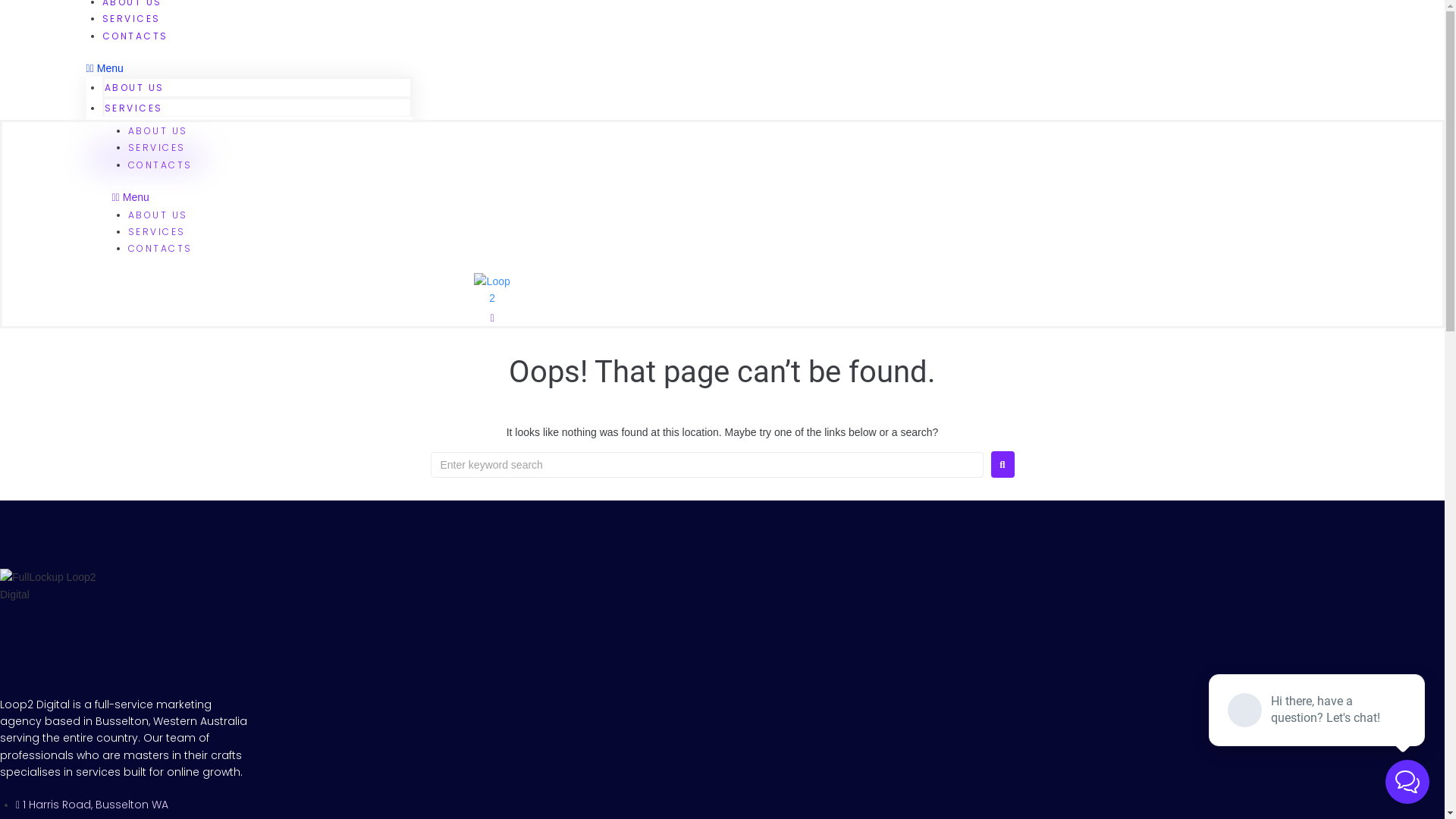 The width and height of the screenshot is (1456, 819). Describe the element at coordinates (145, 158) in the screenshot. I see `'FREE CONSULTATION'` at that location.